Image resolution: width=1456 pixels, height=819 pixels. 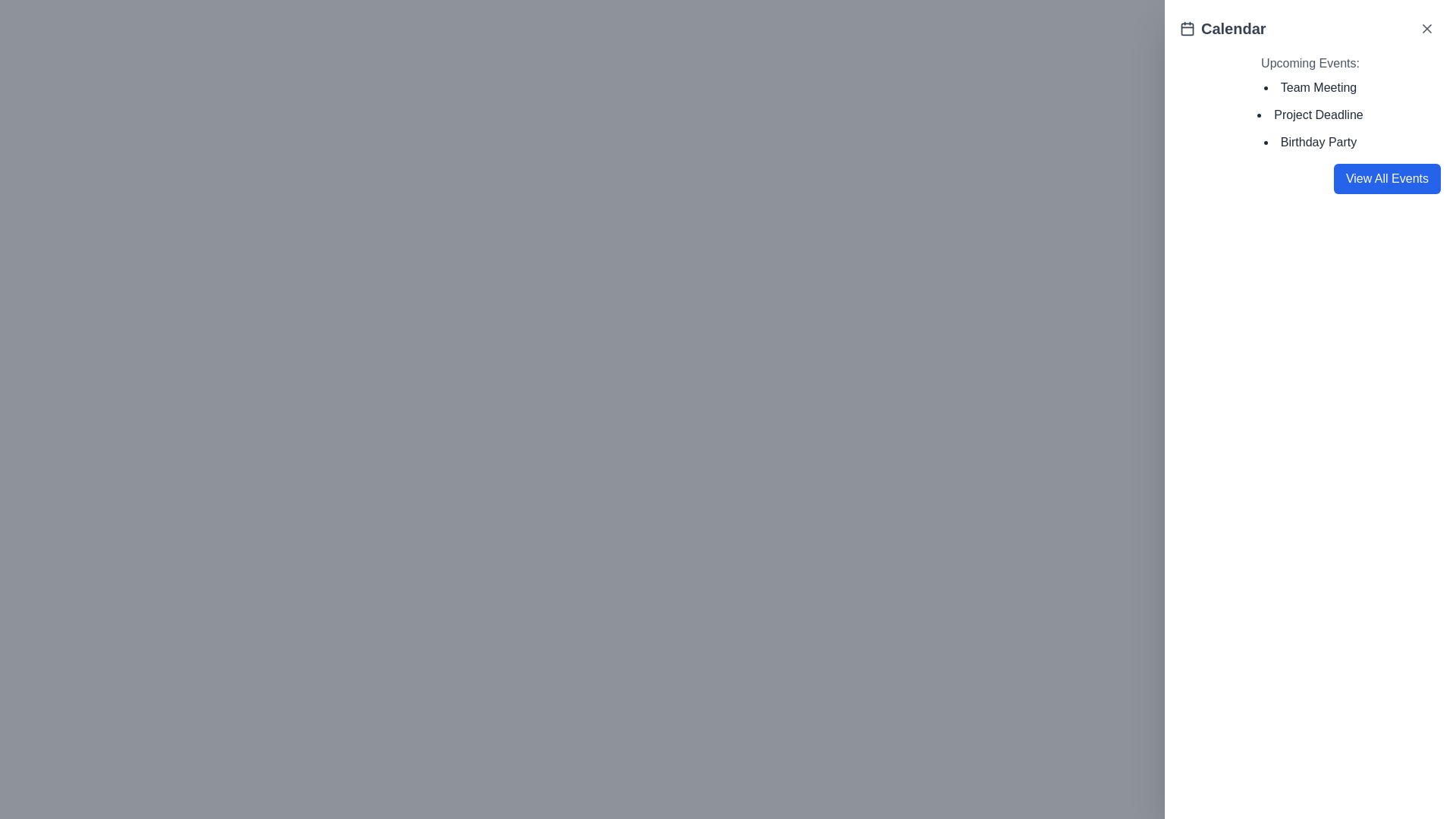 I want to click on the close button located in the top-right corner of the calendar section, so click(x=1426, y=29).